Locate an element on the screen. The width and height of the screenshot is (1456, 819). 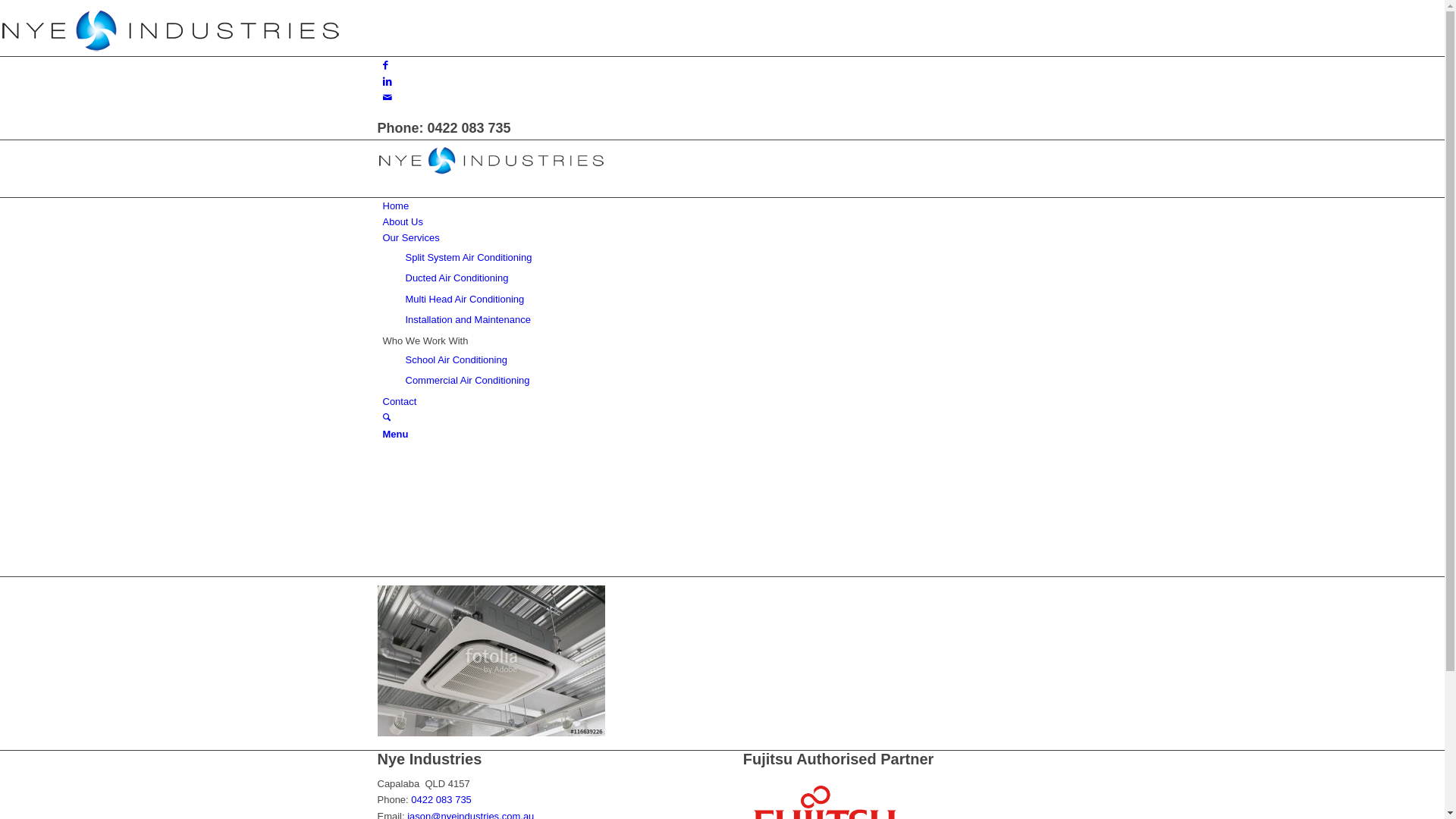
'Multi Head Air Conditioning' is located at coordinates (463, 299).